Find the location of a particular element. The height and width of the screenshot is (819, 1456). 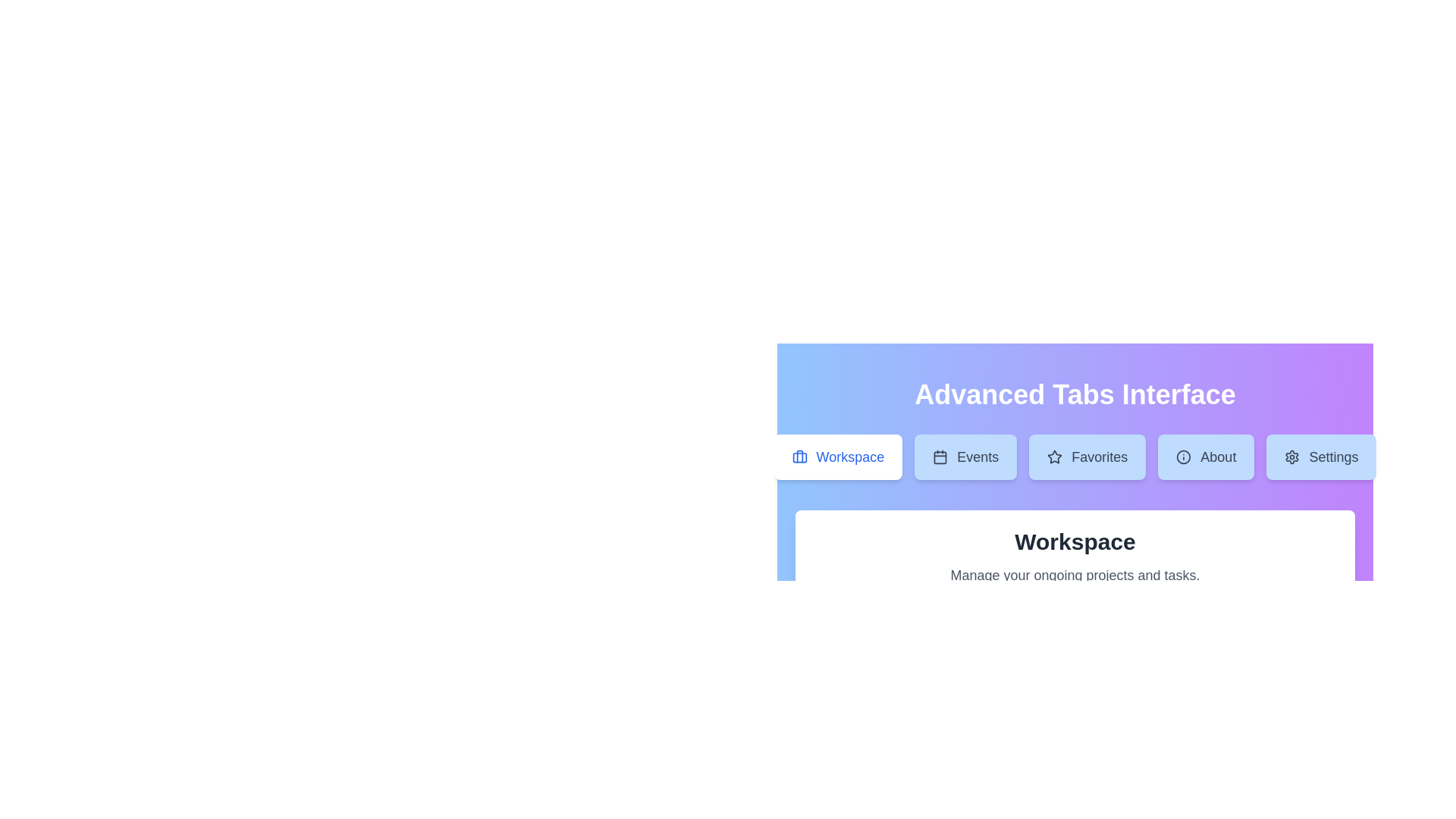

the settings icon located at the top-right section of the interface is located at coordinates (1291, 456).